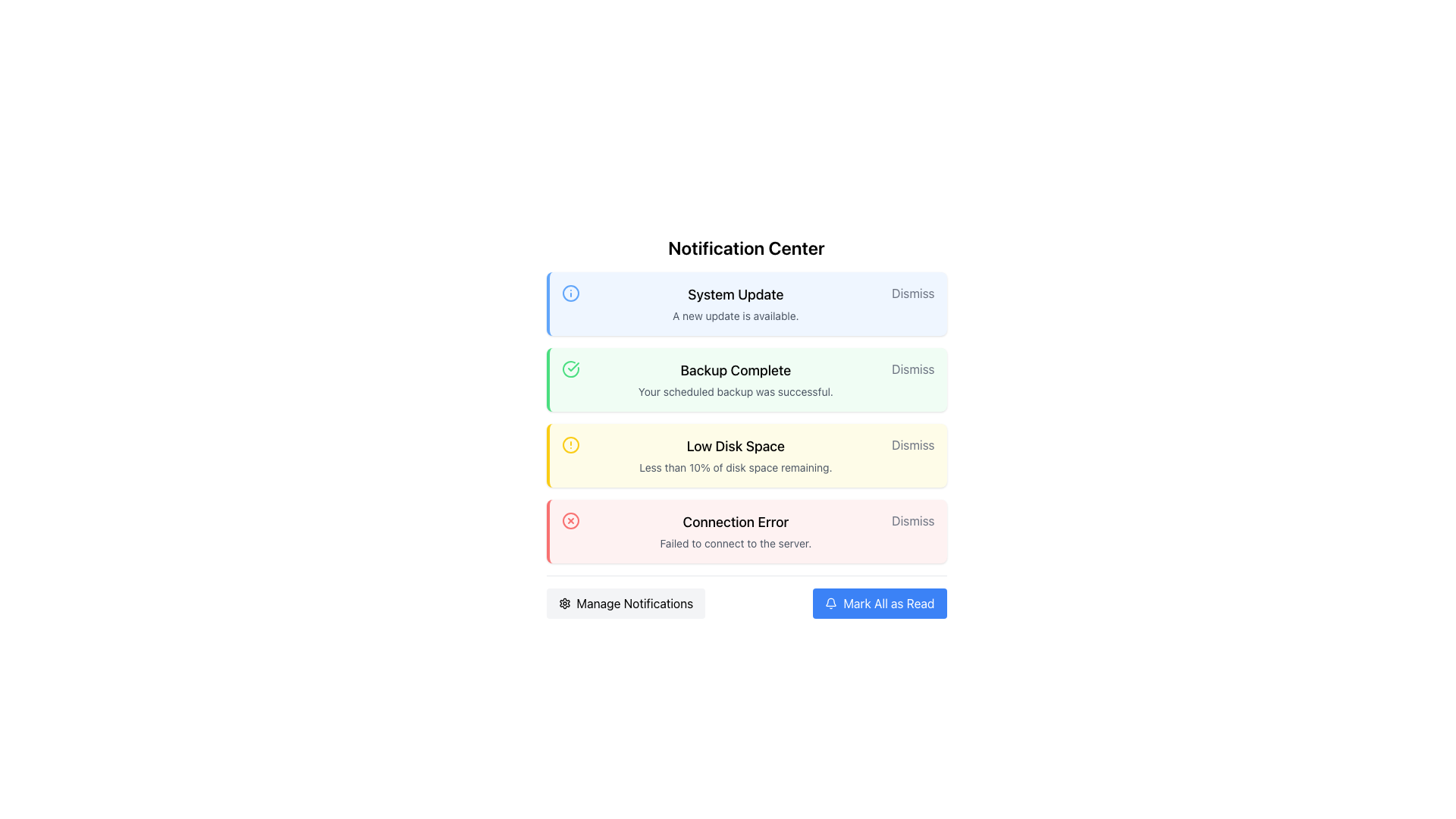  Describe the element at coordinates (570, 293) in the screenshot. I see `the circular icon with an 'i' symbol, styled with a blue border and light blue background, located at the top-left corner inside the first notification card labeled 'System Update'` at that location.